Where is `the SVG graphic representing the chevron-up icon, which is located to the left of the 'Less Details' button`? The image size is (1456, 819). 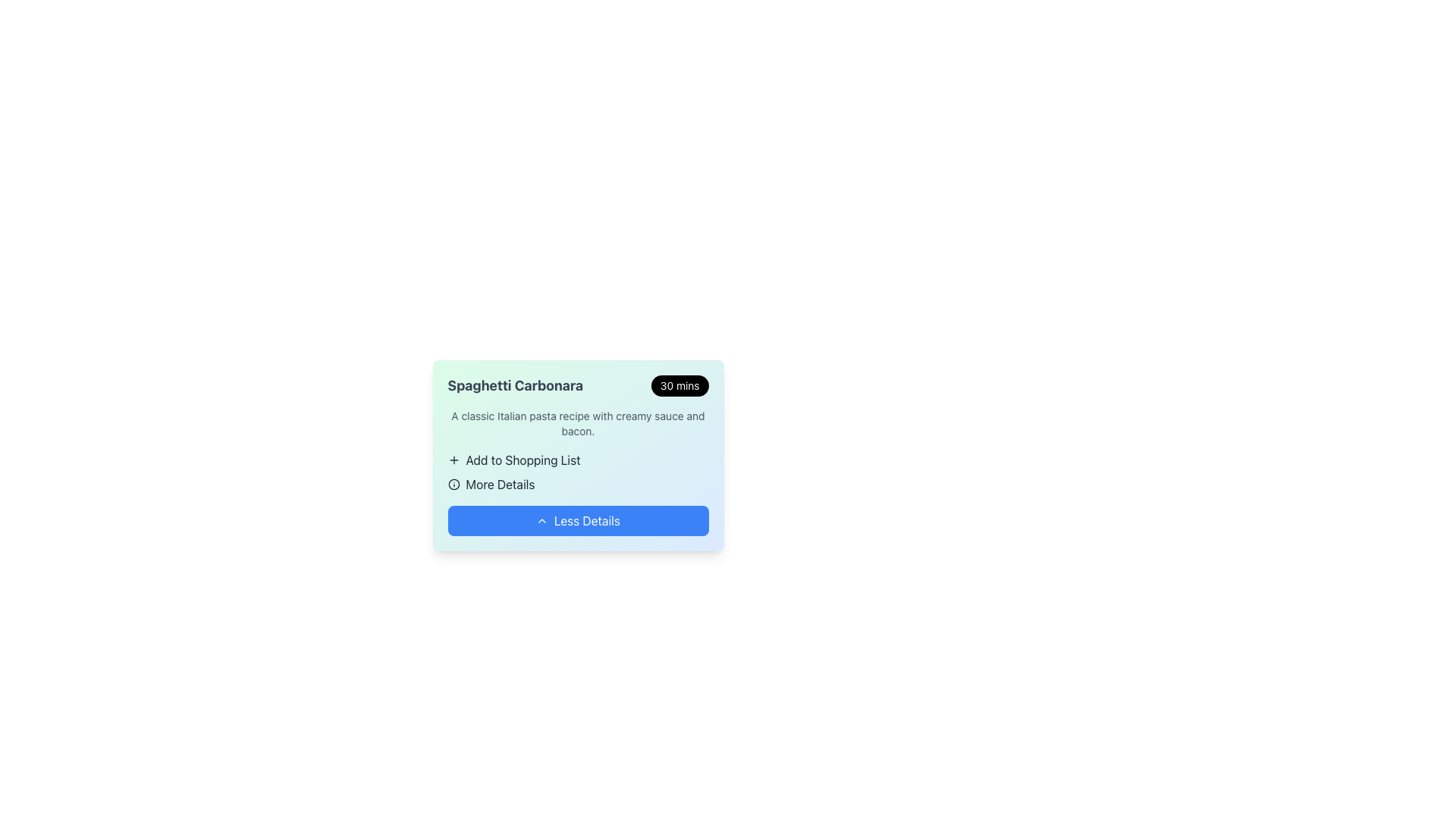
the SVG graphic representing the chevron-up icon, which is located to the left of the 'Less Details' button is located at coordinates (542, 519).